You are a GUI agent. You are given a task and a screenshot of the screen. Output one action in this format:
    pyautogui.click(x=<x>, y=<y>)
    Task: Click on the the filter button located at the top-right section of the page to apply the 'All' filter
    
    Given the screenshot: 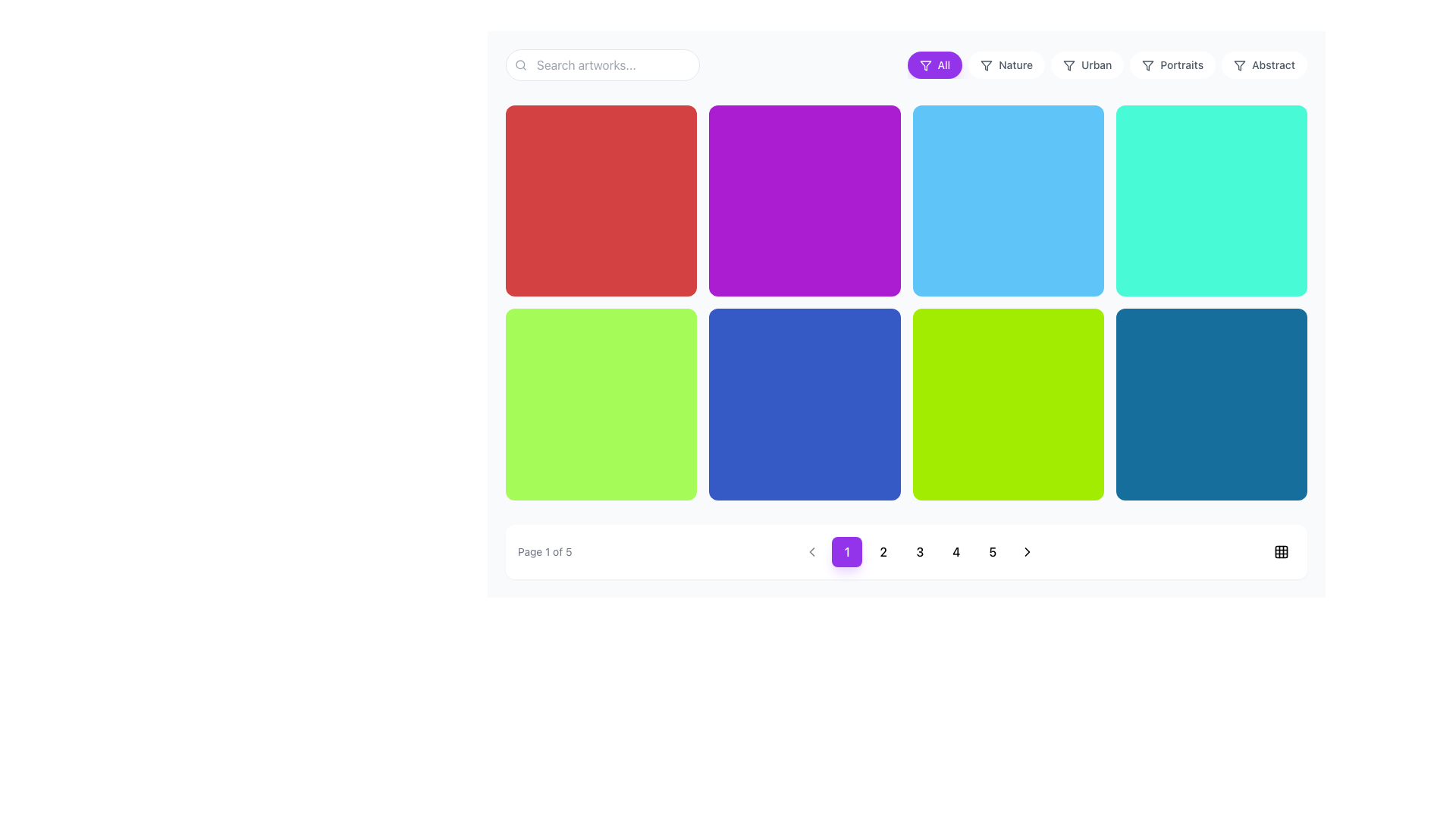 What is the action you would take?
    pyautogui.click(x=934, y=64)
    